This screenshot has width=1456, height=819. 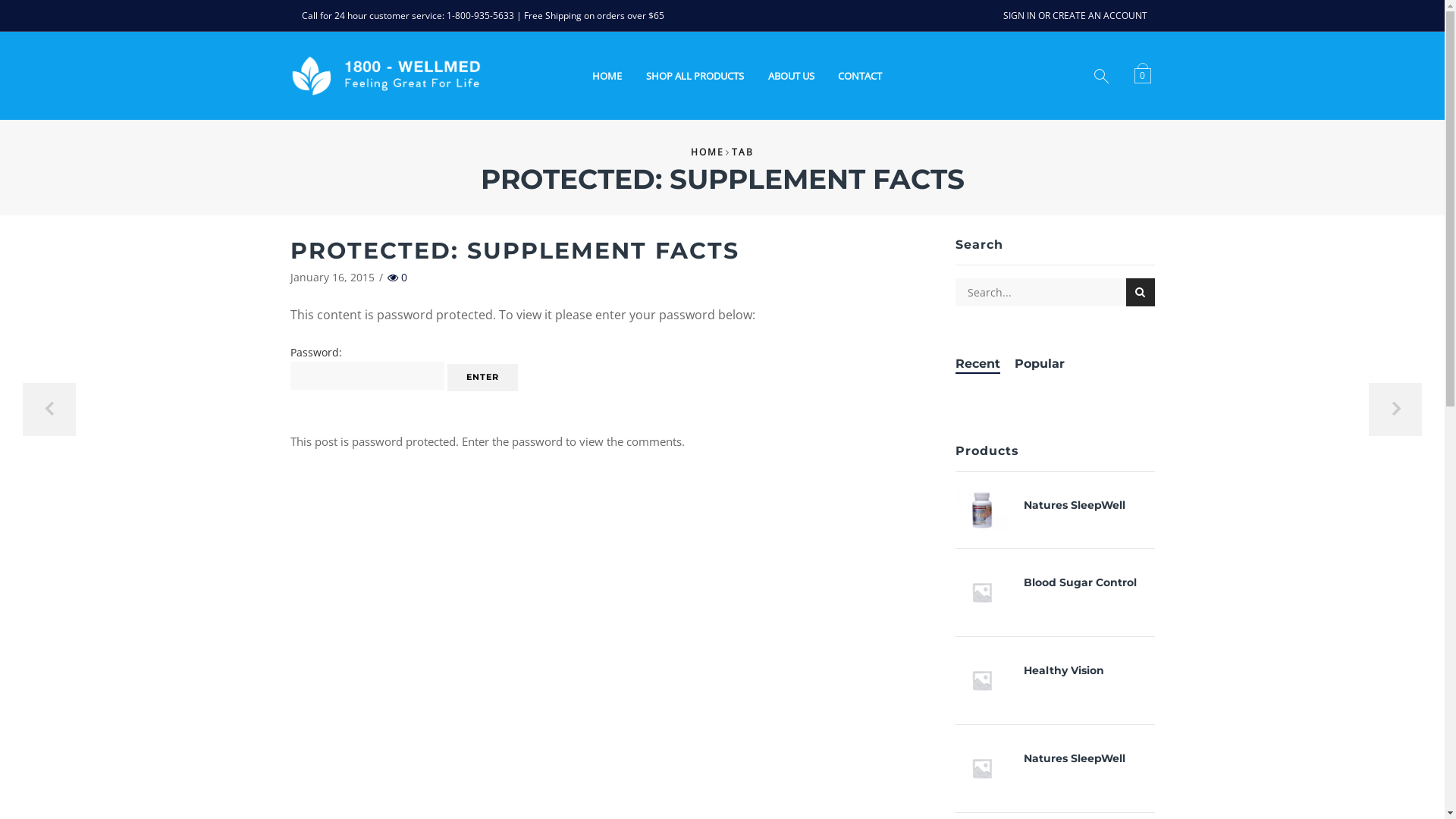 What do you see at coordinates (1039, 364) in the screenshot?
I see `'Popular'` at bounding box center [1039, 364].